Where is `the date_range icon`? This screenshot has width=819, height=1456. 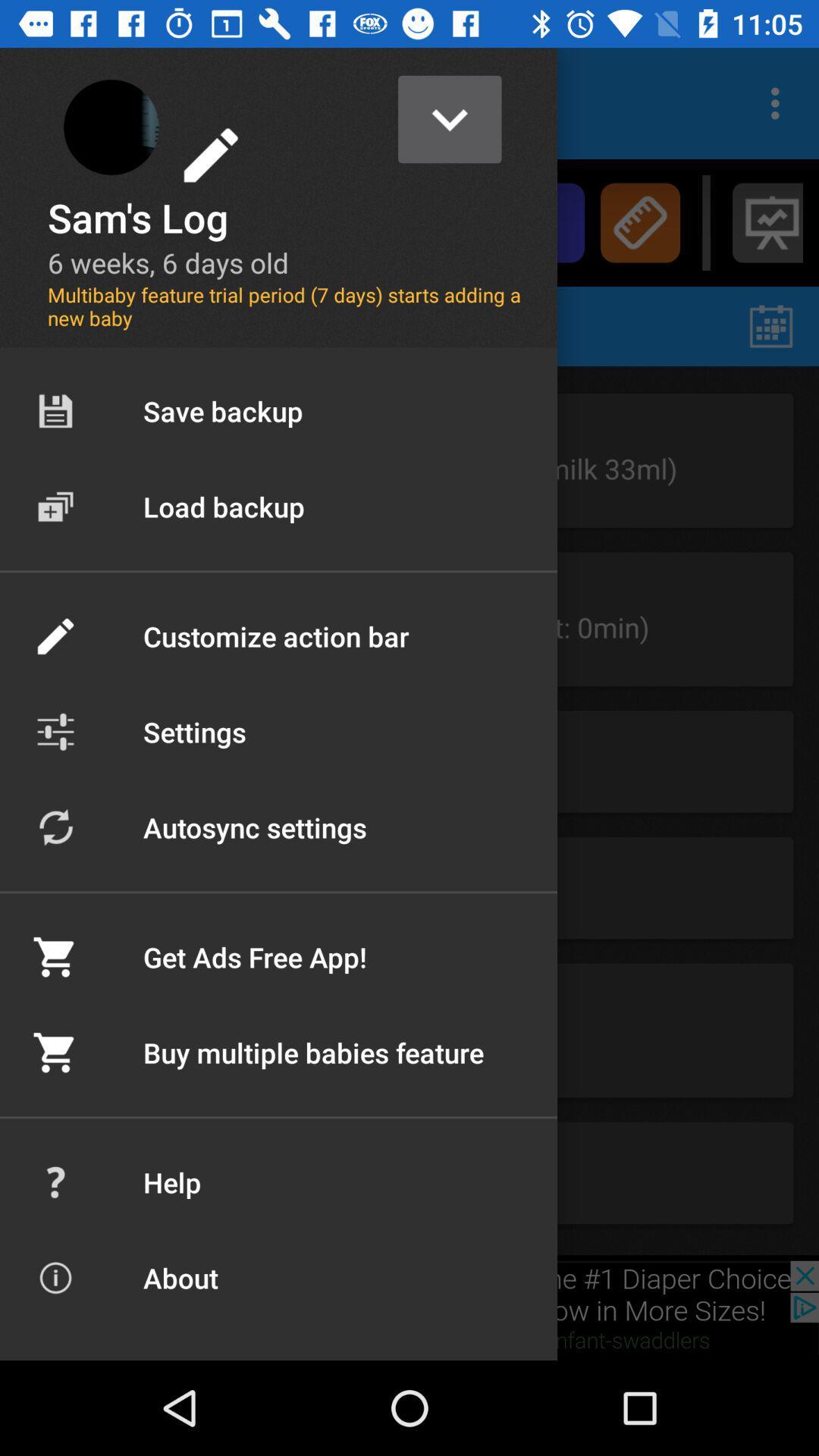 the date_range icon is located at coordinates (771, 325).